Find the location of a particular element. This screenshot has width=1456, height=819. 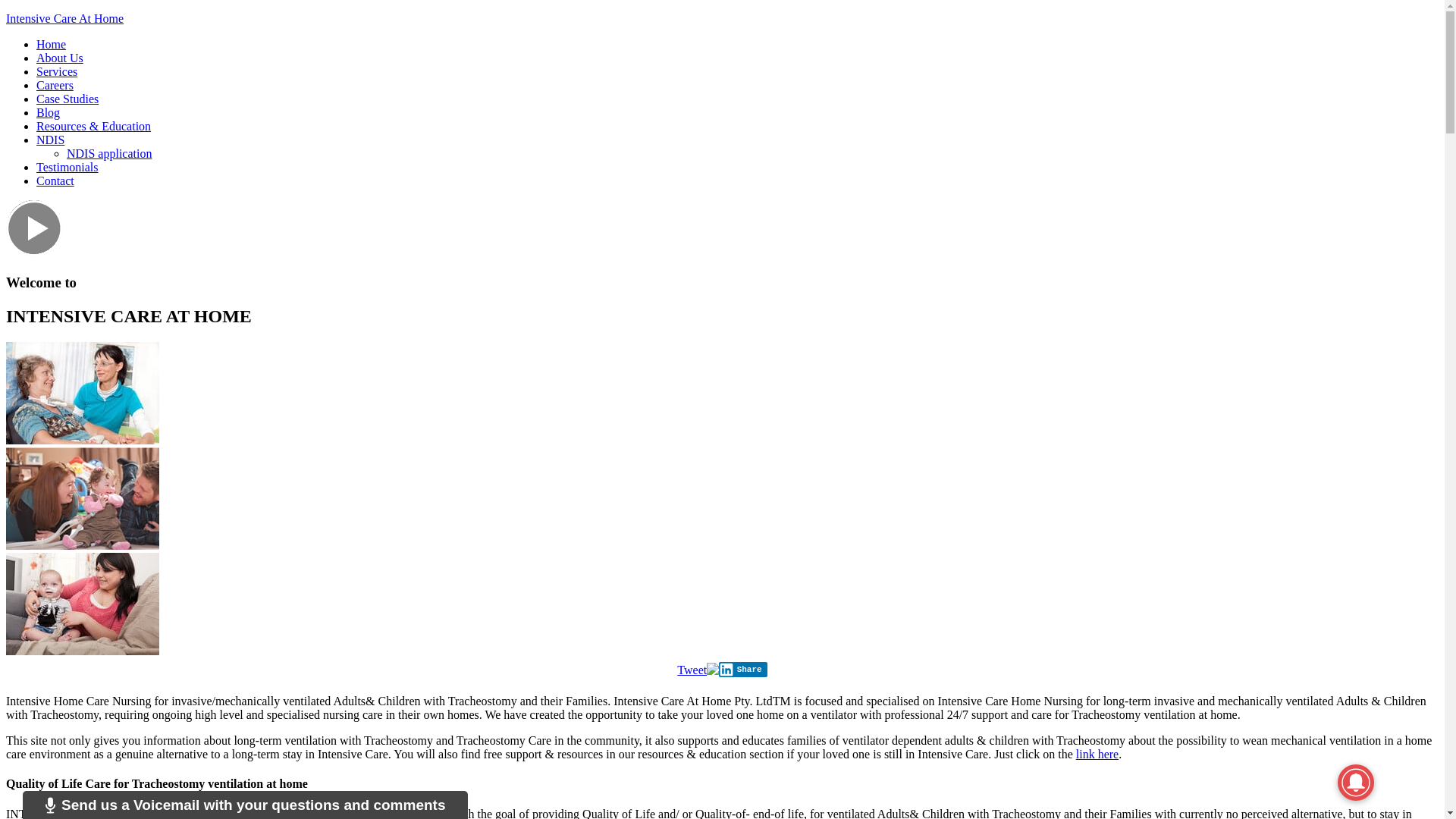

'link here' is located at coordinates (1097, 754).